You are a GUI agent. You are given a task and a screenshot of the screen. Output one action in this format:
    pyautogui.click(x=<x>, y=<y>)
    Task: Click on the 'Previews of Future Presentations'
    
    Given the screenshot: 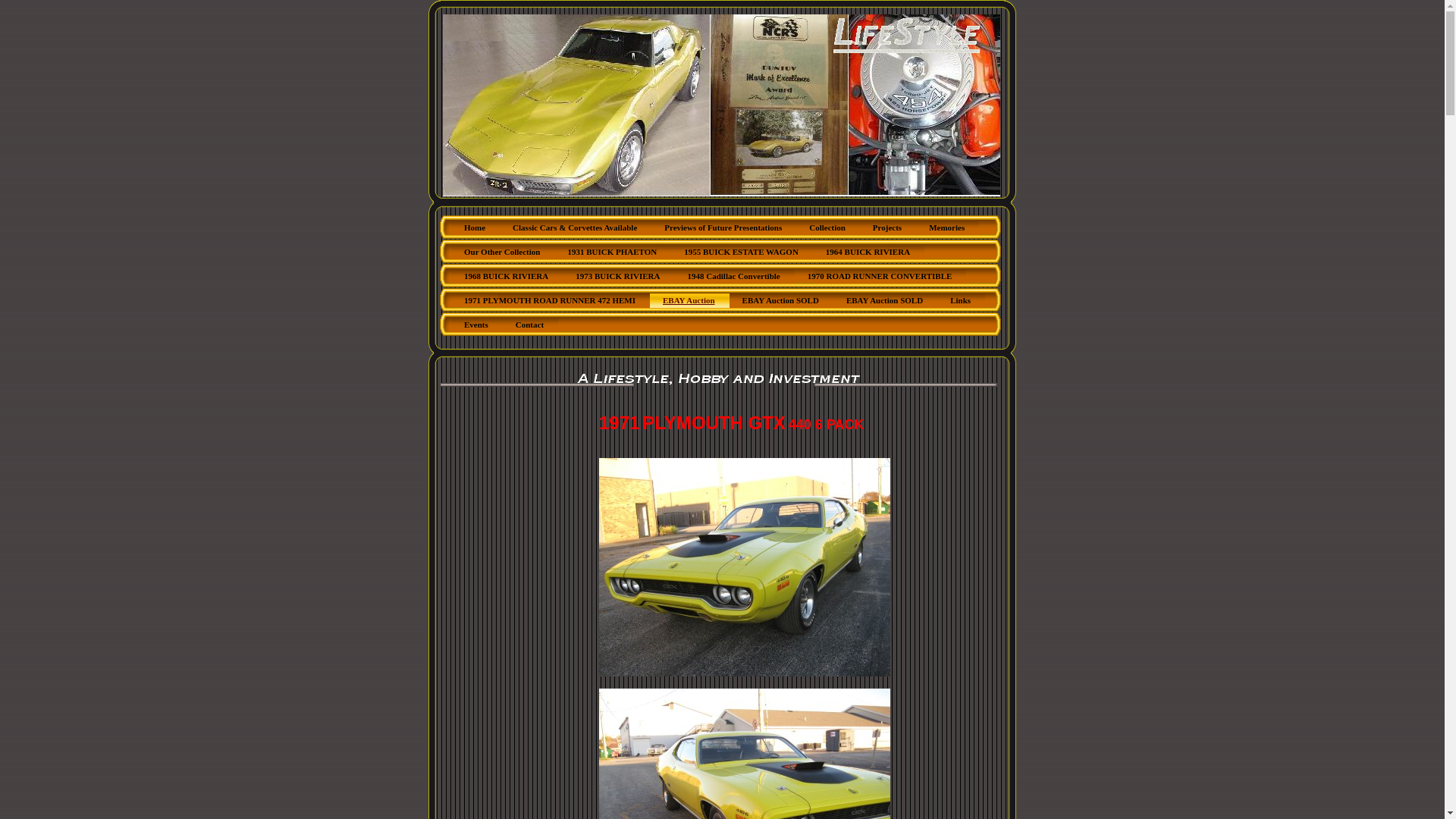 What is the action you would take?
    pyautogui.click(x=723, y=228)
    